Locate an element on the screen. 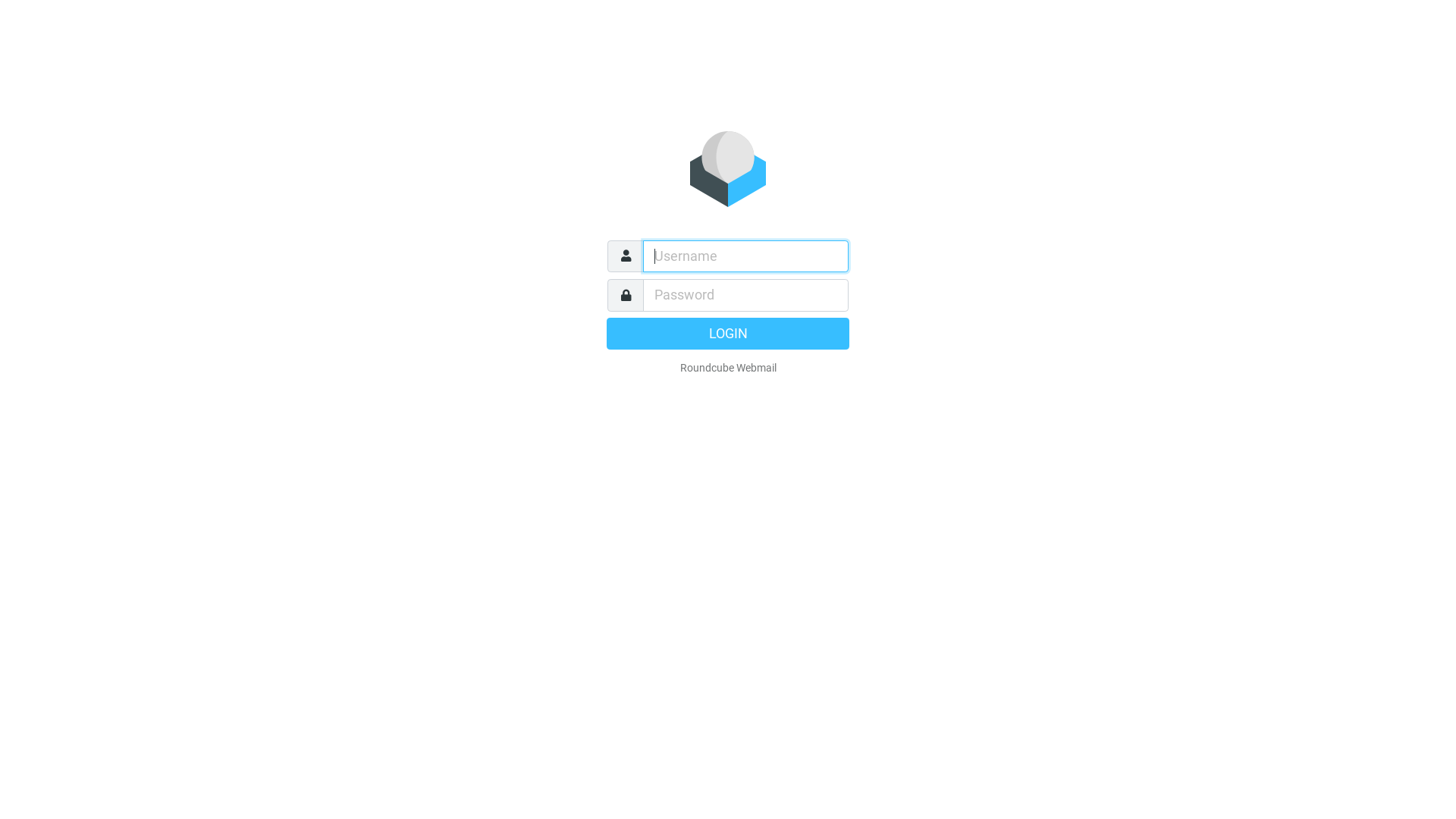  'LOGIN' is located at coordinates (728, 332).